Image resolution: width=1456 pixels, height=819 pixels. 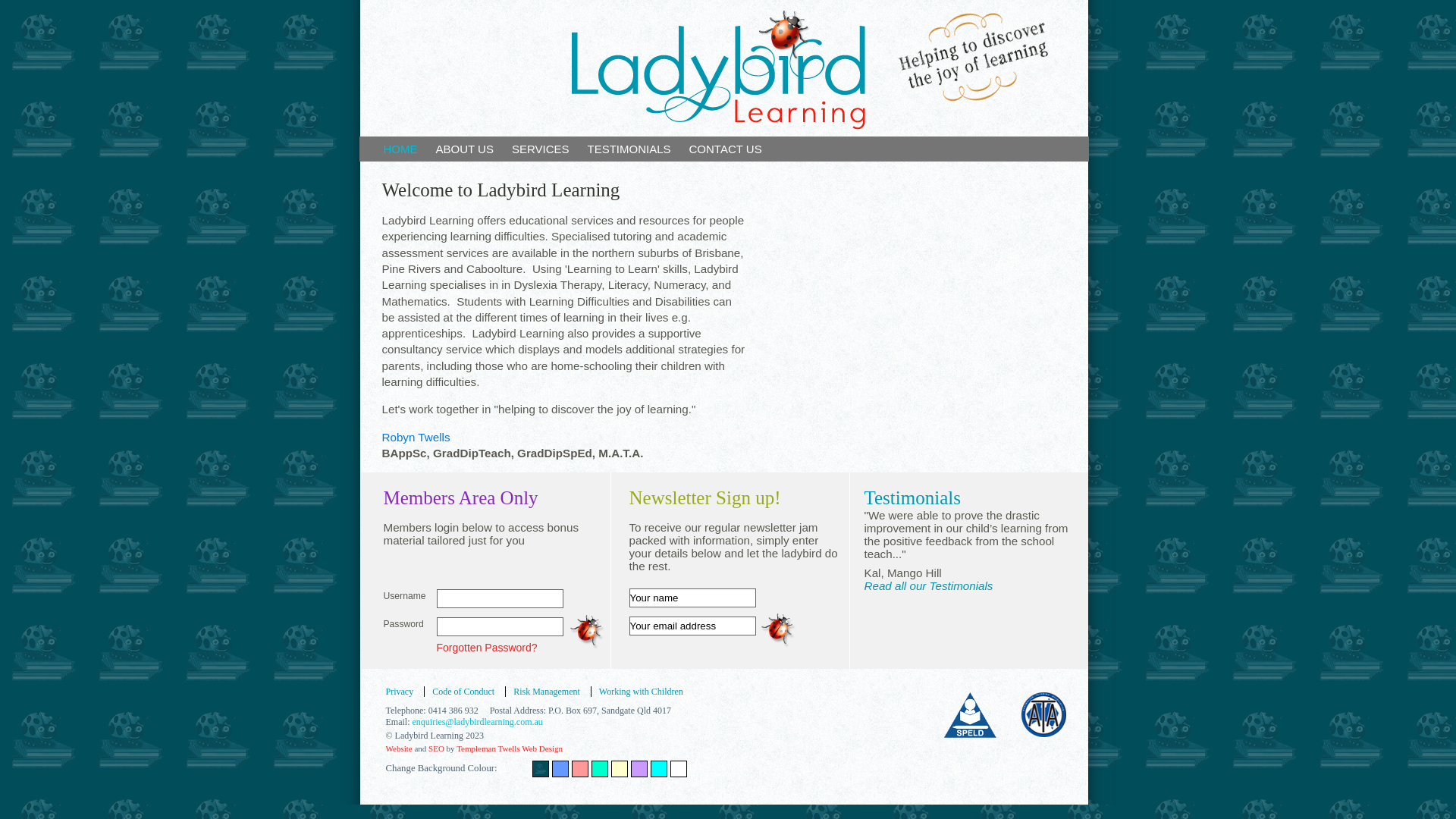 I want to click on 'Forgotten Password?', so click(x=487, y=647).